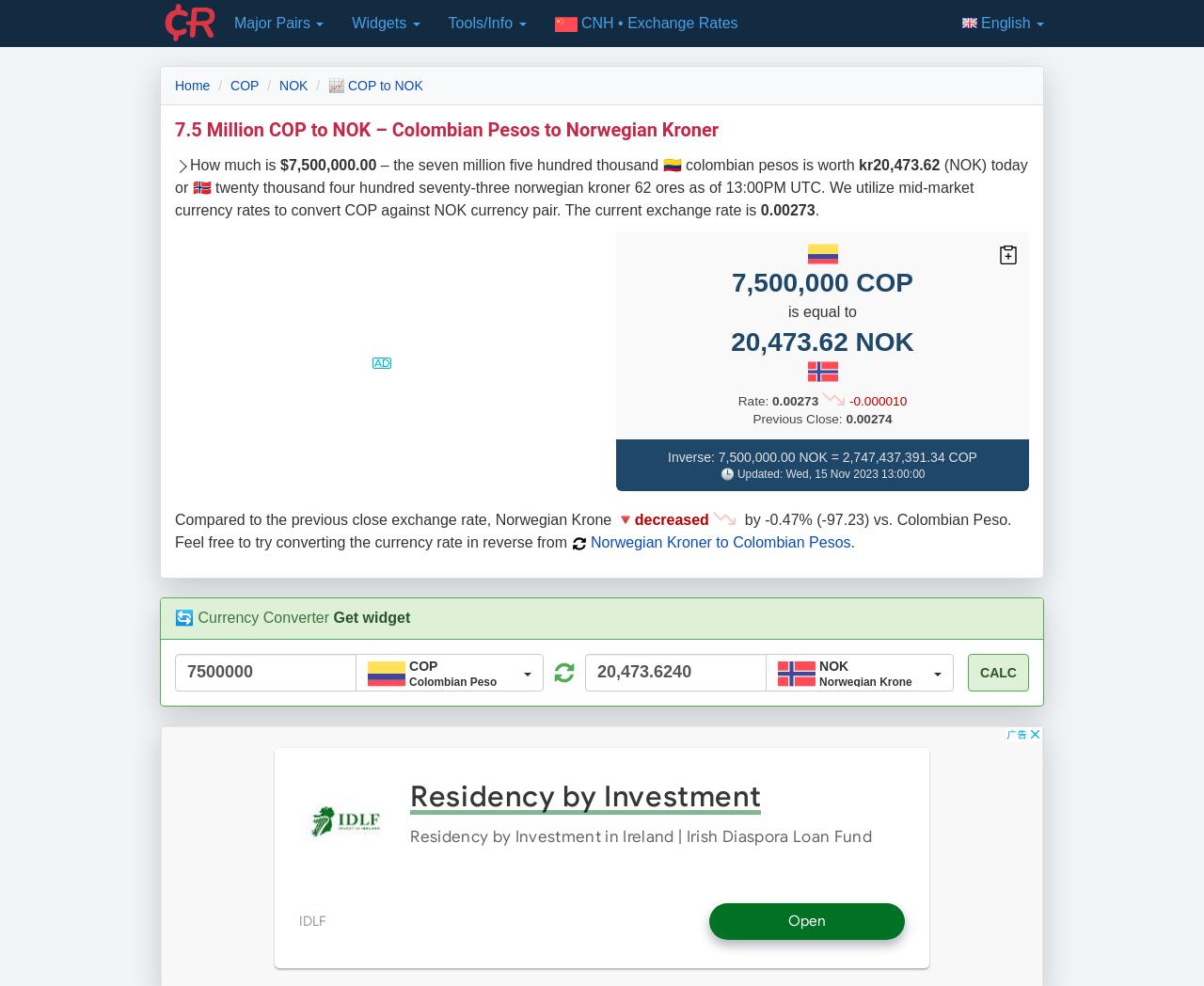  I want to click on '20,473.62 NOK', so click(821, 340).